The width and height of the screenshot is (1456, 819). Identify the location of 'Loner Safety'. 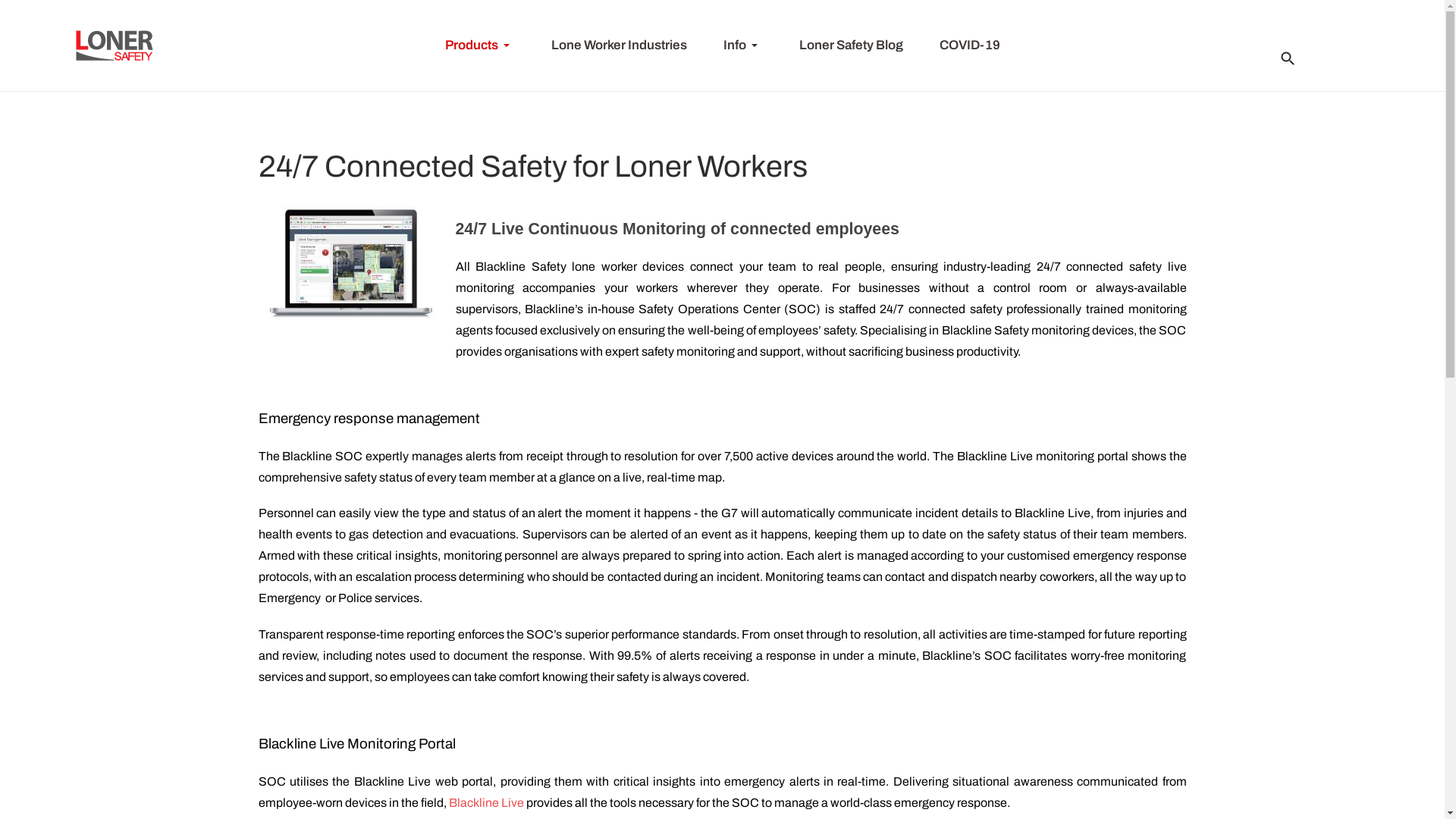
(114, 45).